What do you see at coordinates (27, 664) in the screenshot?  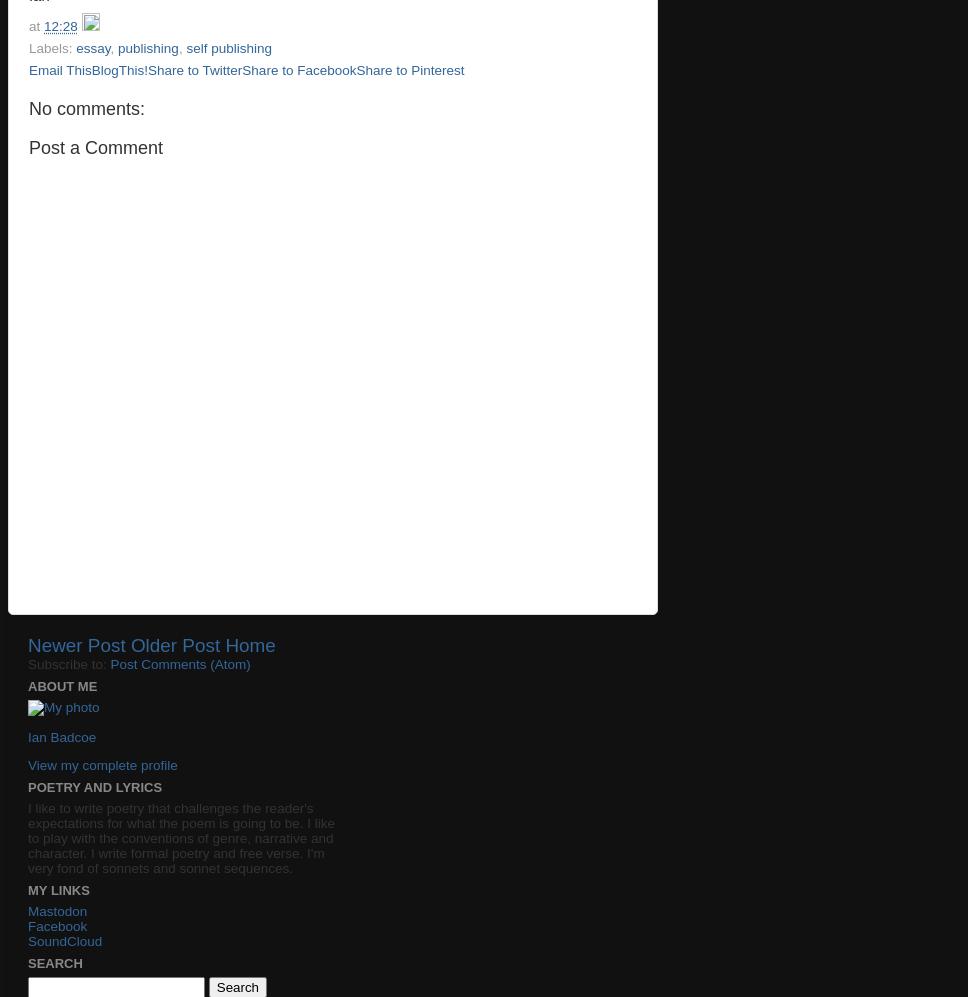 I see `'Subscribe to:'` at bounding box center [27, 664].